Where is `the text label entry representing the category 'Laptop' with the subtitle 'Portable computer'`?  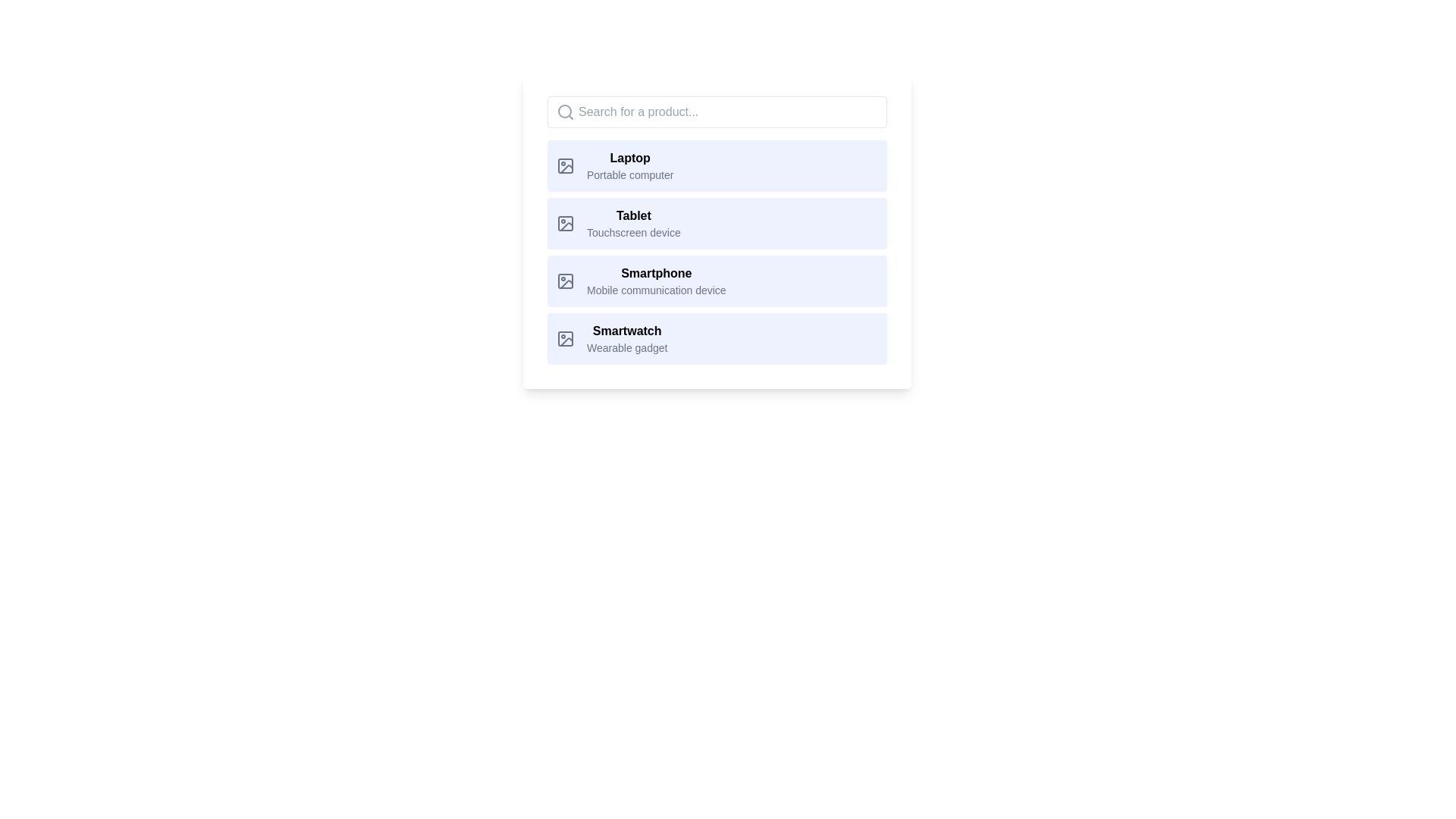
the text label entry representing the category 'Laptop' with the subtitle 'Portable computer' is located at coordinates (630, 166).